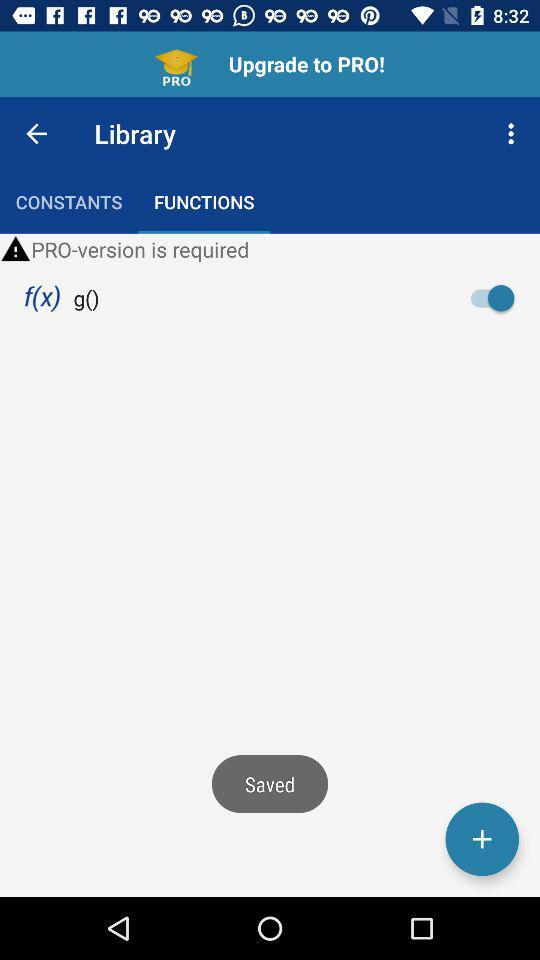  Describe the element at coordinates (513, 132) in the screenshot. I see `the item above pro version is item` at that location.